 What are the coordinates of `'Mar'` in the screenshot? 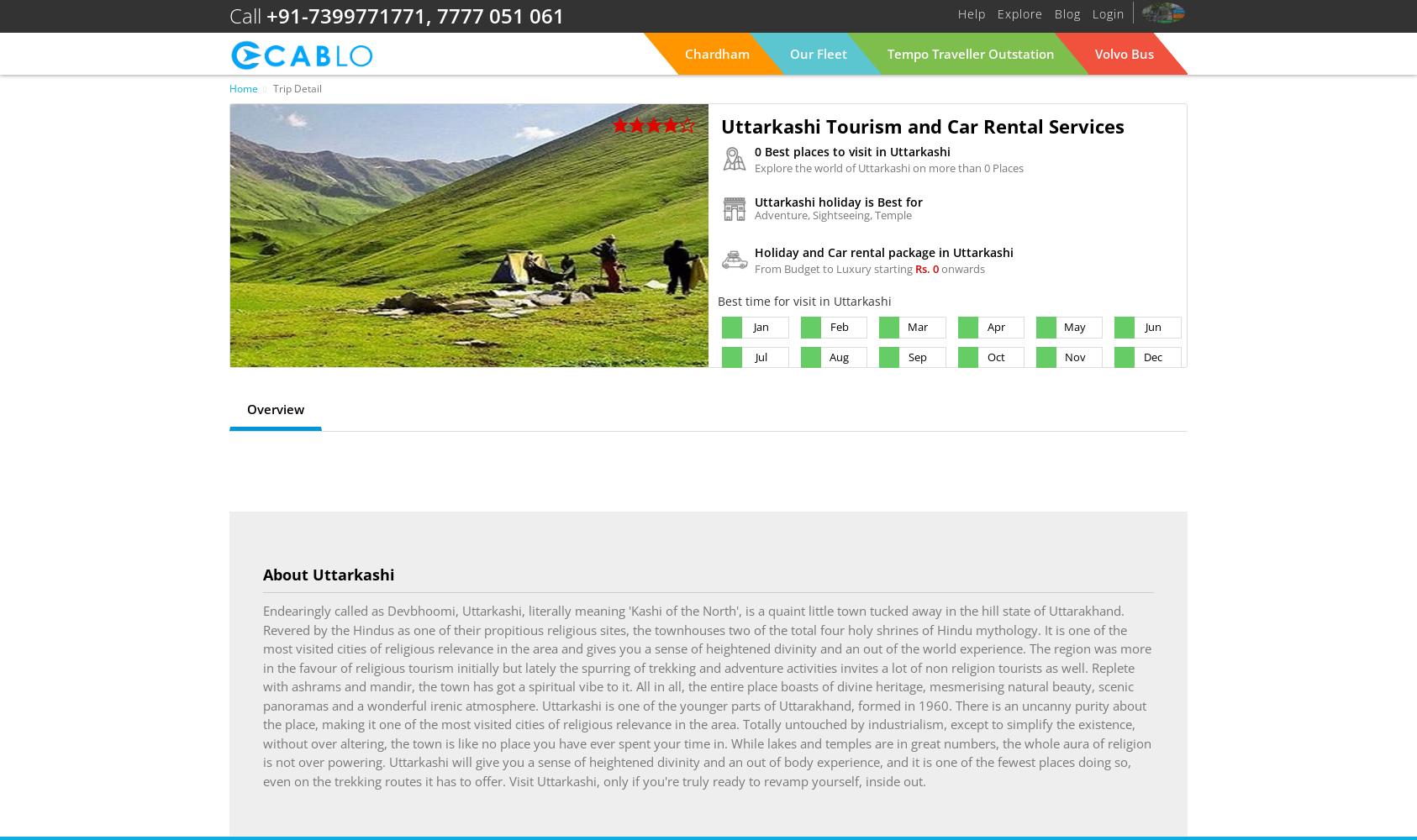 It's located at (918, 327).